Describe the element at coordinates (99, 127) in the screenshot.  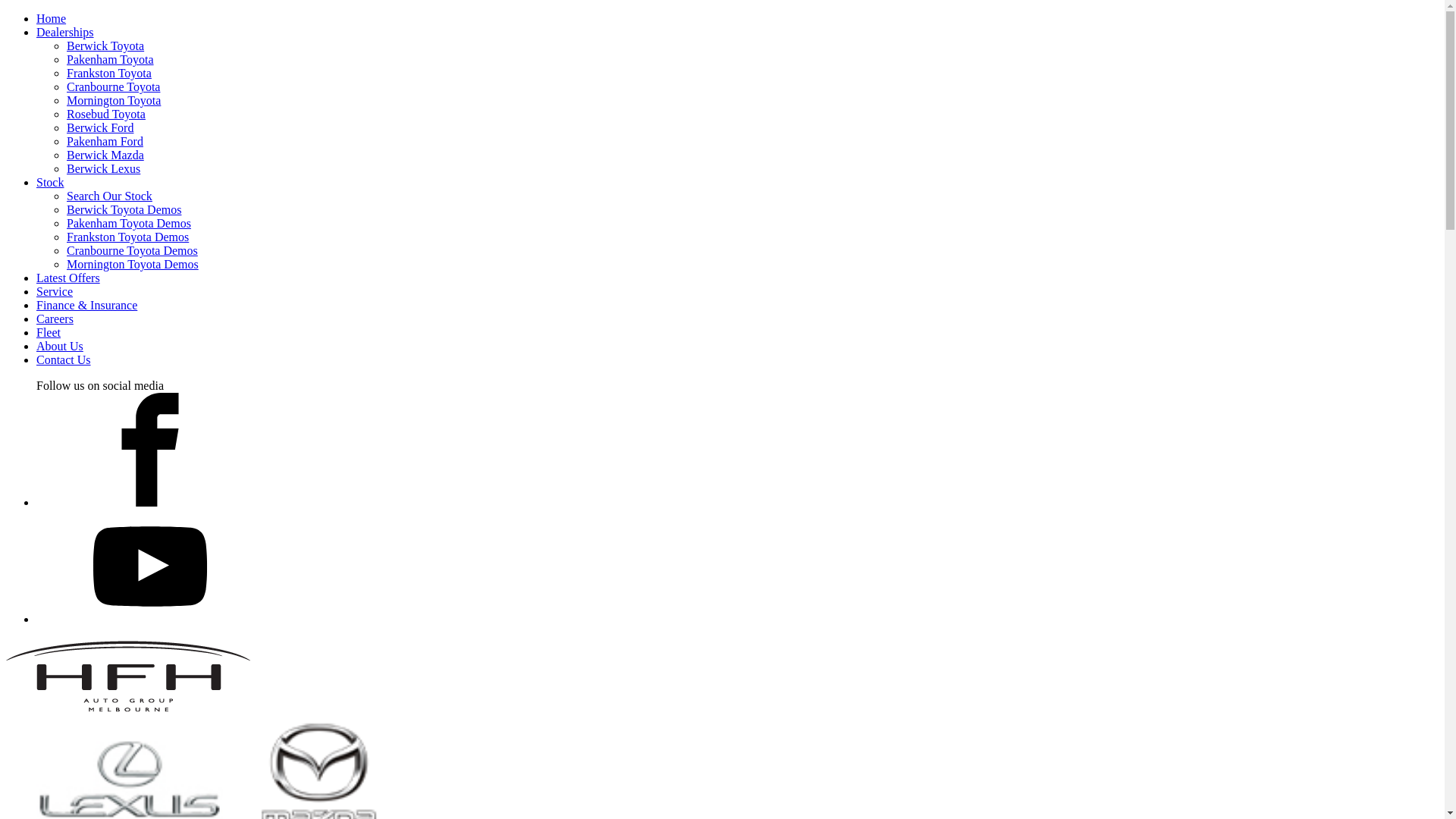
I see `'Berwick Ford'` at that location.